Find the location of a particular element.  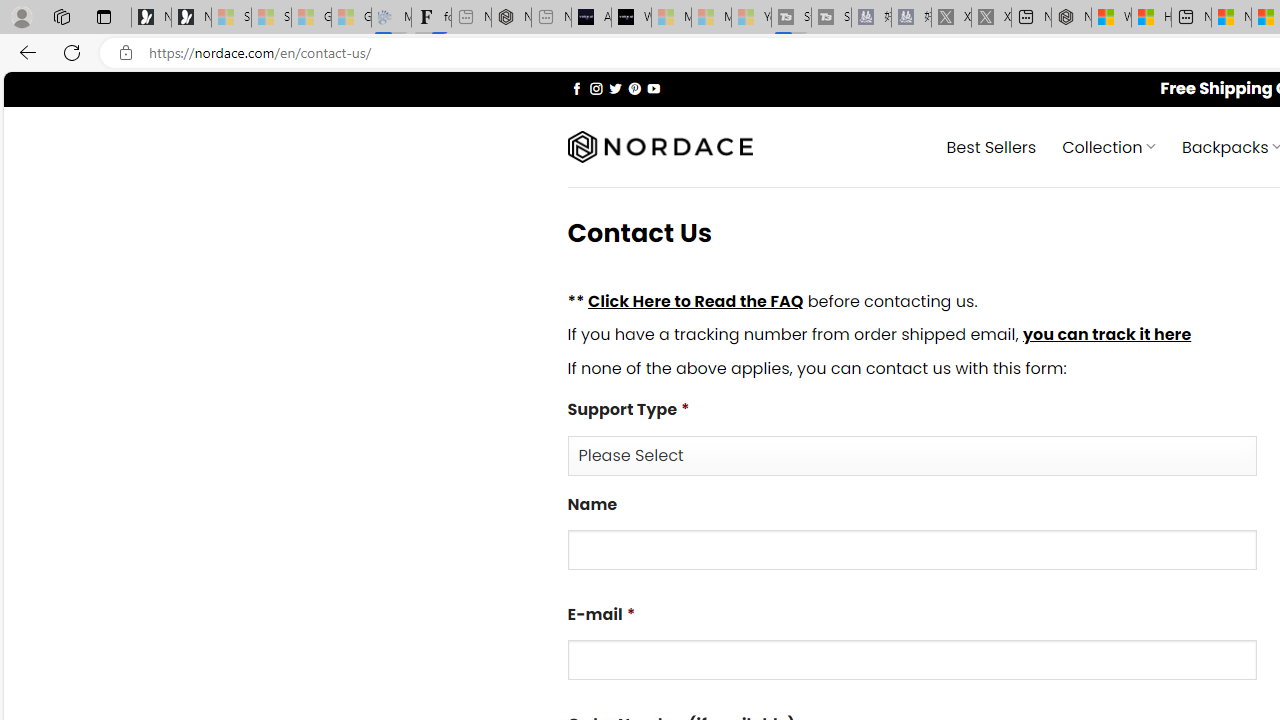

'Back' is located at coordinates (24, 51).